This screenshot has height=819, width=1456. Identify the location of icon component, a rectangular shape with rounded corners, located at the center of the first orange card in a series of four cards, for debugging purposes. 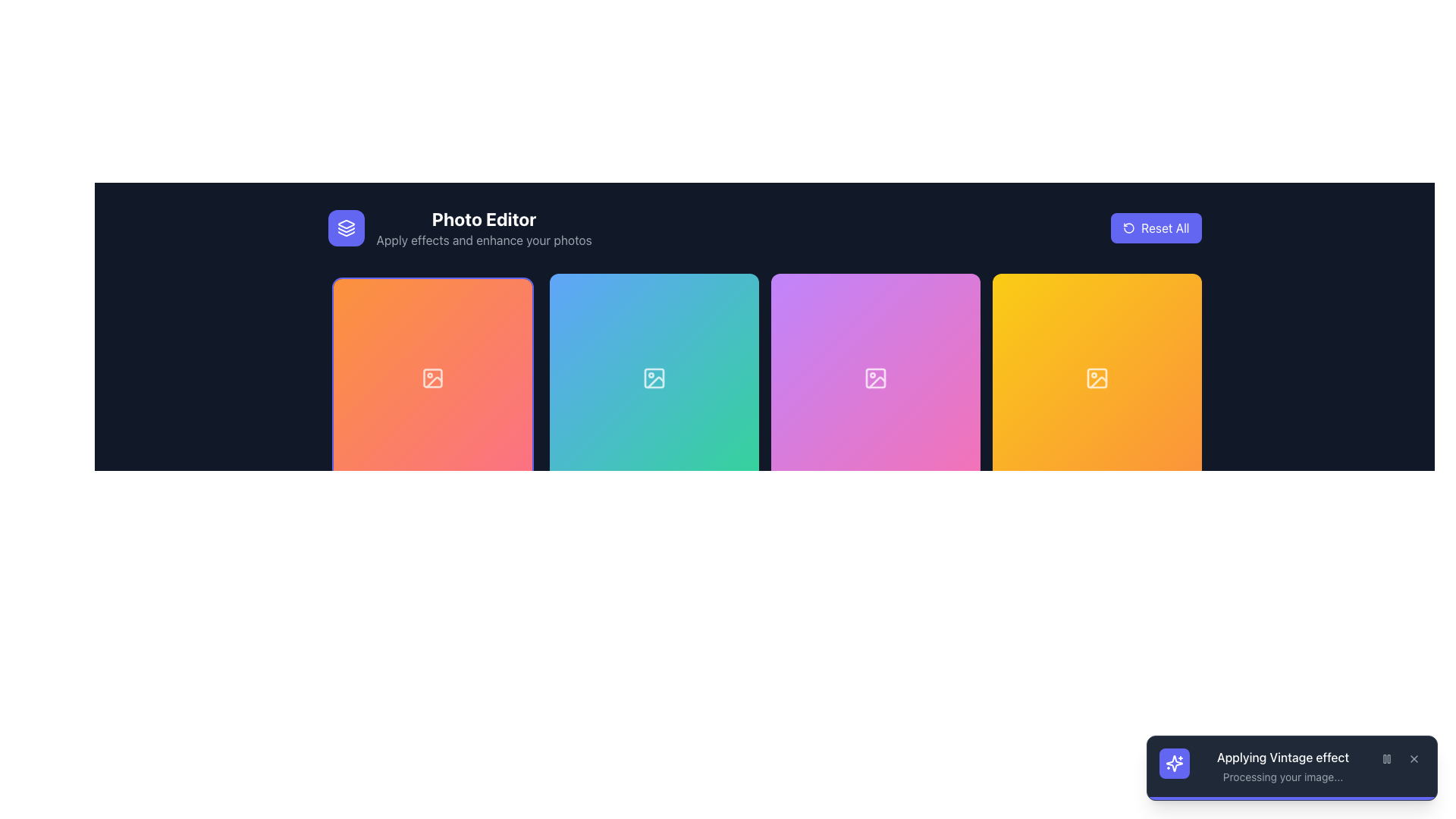
(431, 377).